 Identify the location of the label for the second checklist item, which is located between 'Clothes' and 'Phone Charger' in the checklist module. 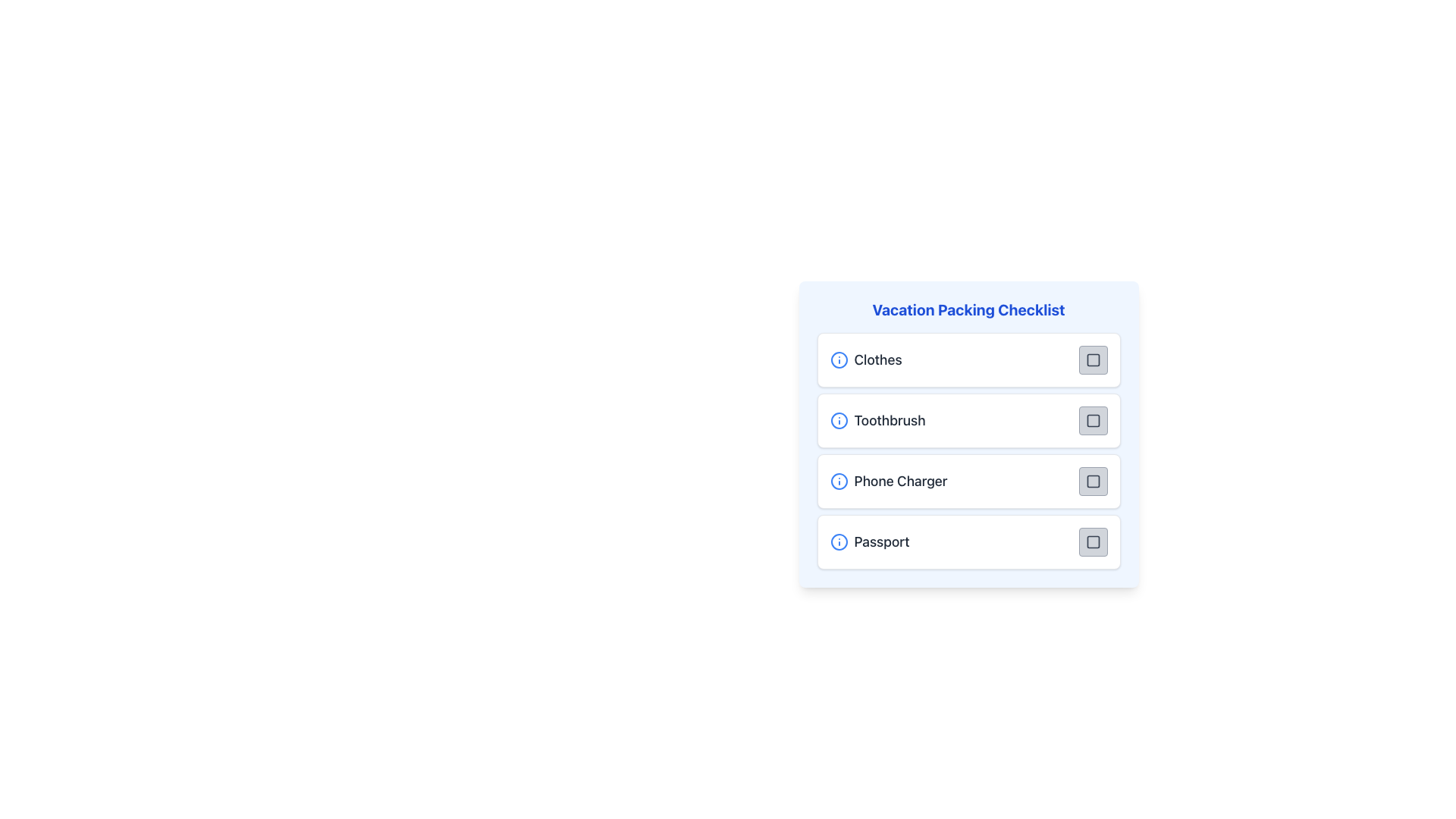
(890, 421).